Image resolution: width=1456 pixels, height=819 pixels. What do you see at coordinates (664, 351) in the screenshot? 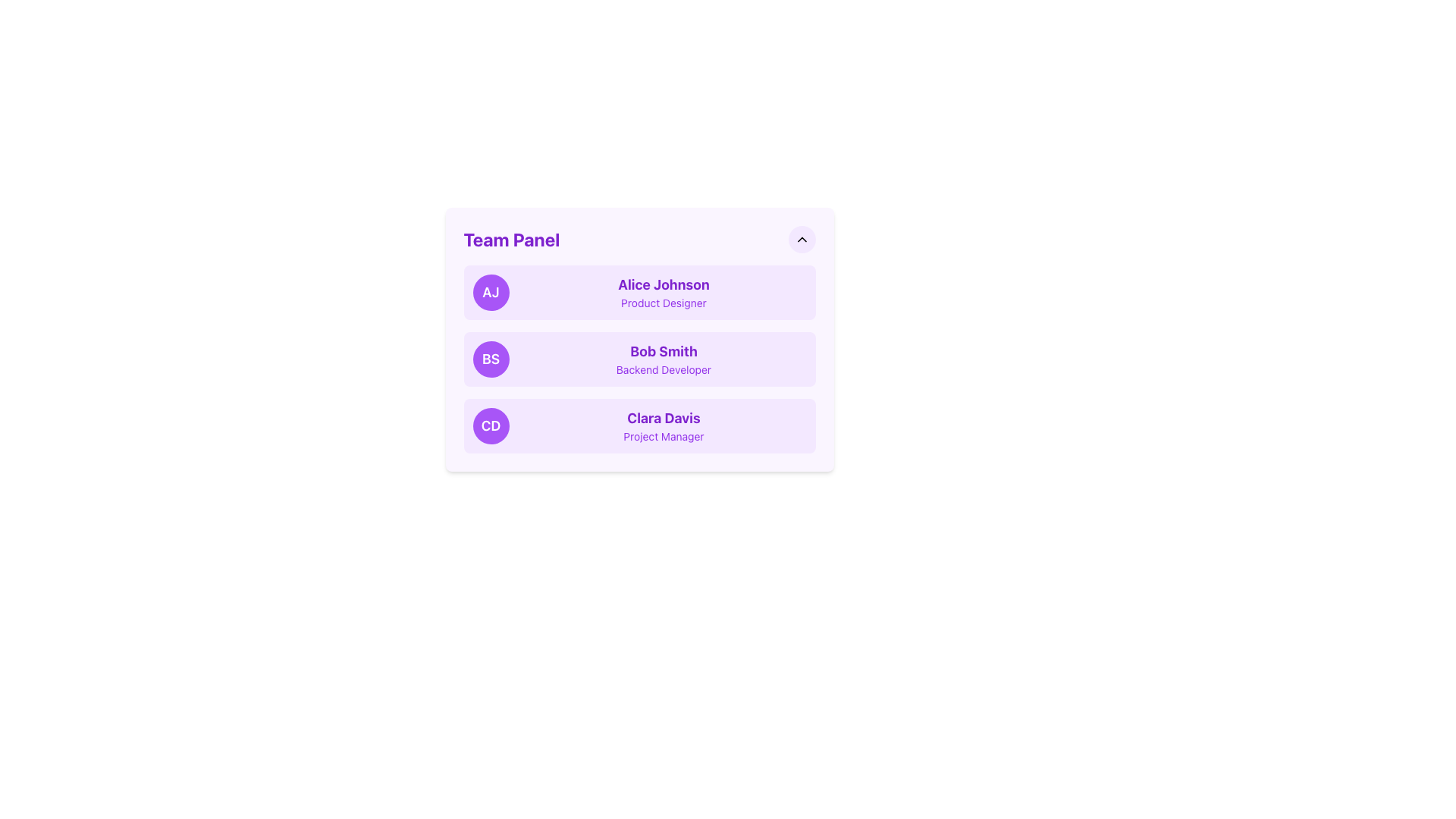
I see `the static text displaying the name 'Bob Smith', which is located in the middle panel between avatars and job titles in a vertical team list` at bounding box center [664, 351].